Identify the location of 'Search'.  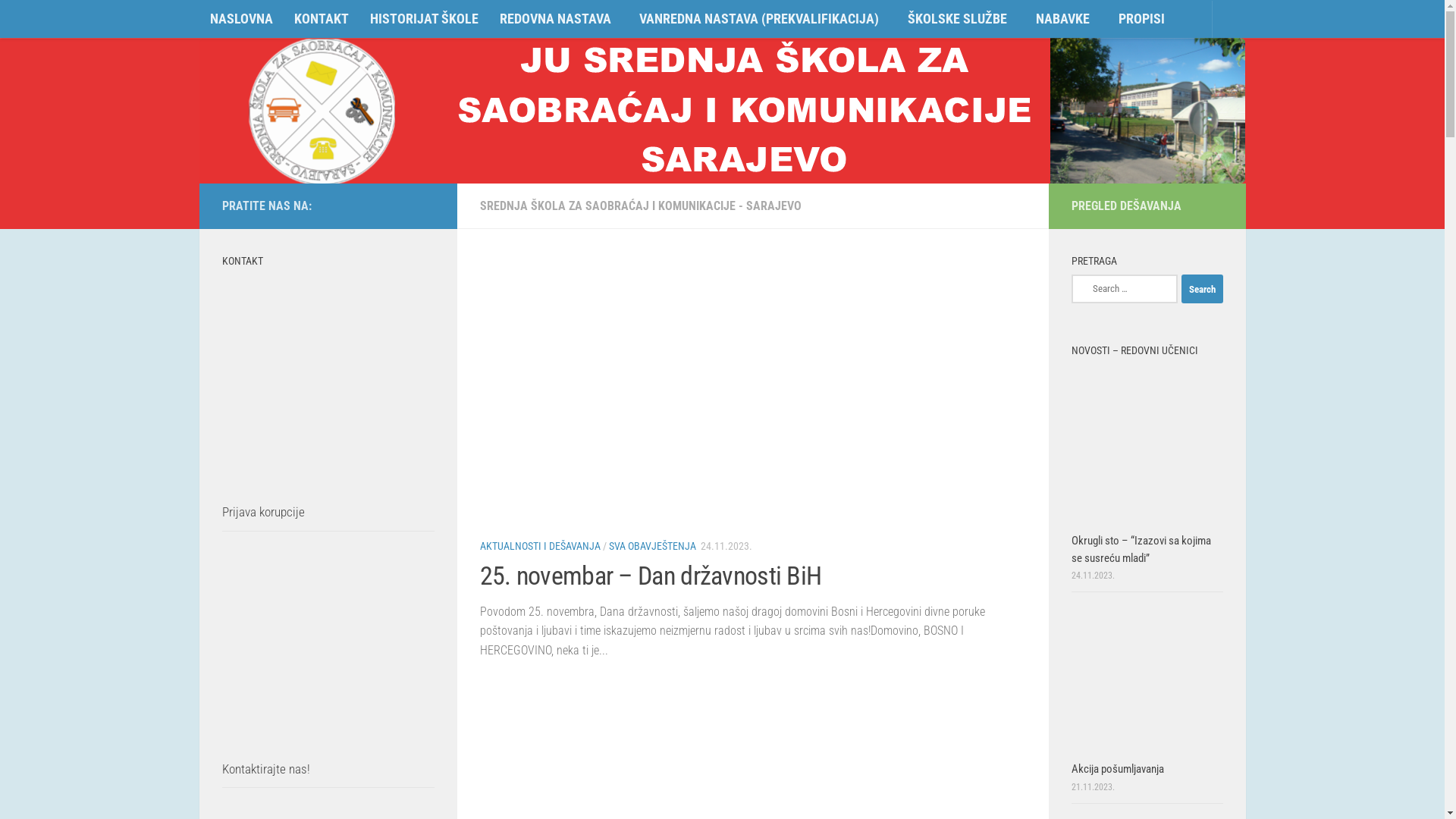
(1201, 289).